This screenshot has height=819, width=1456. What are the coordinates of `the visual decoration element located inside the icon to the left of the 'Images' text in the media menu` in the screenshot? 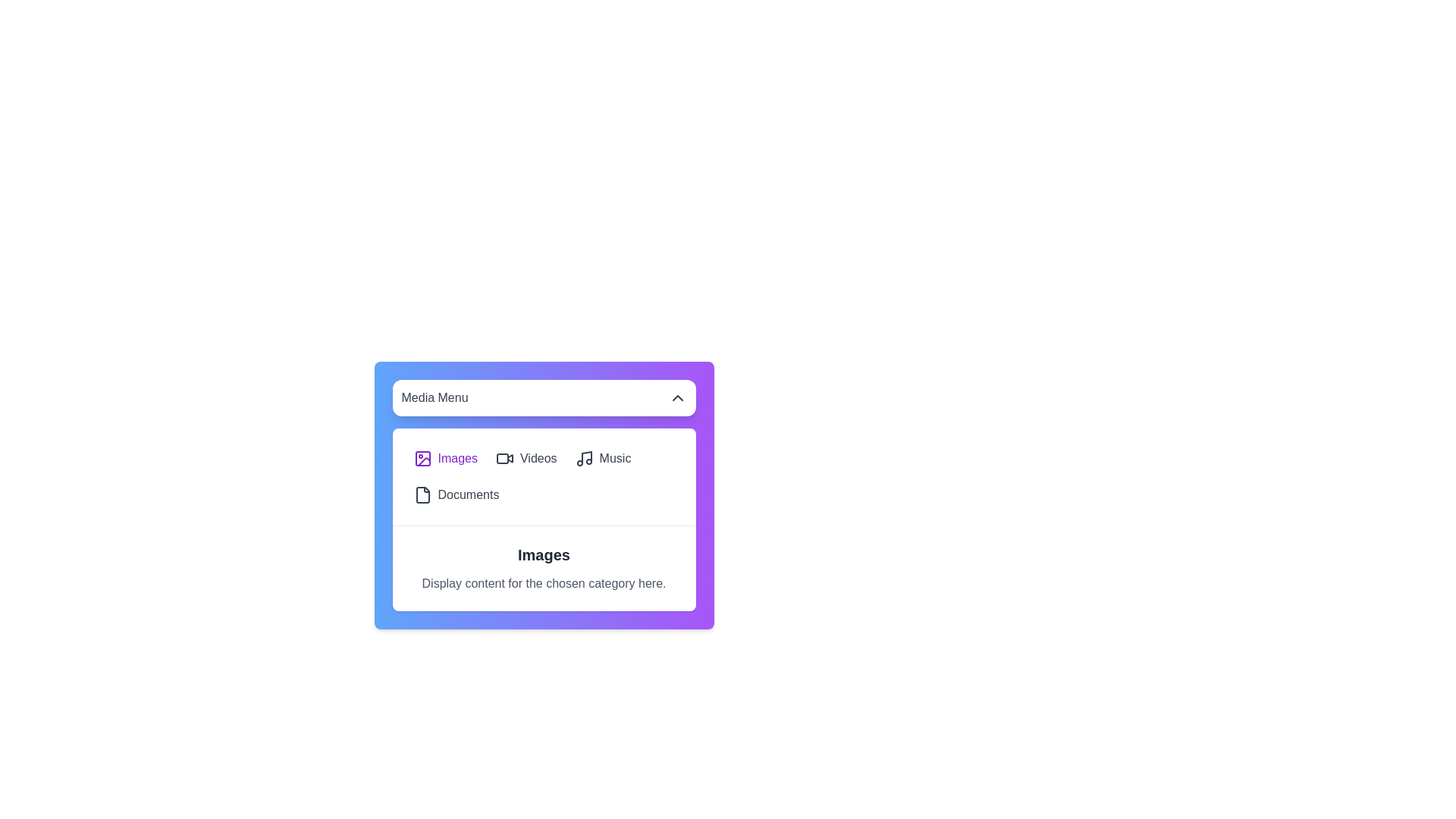 It's located at (422, 458).